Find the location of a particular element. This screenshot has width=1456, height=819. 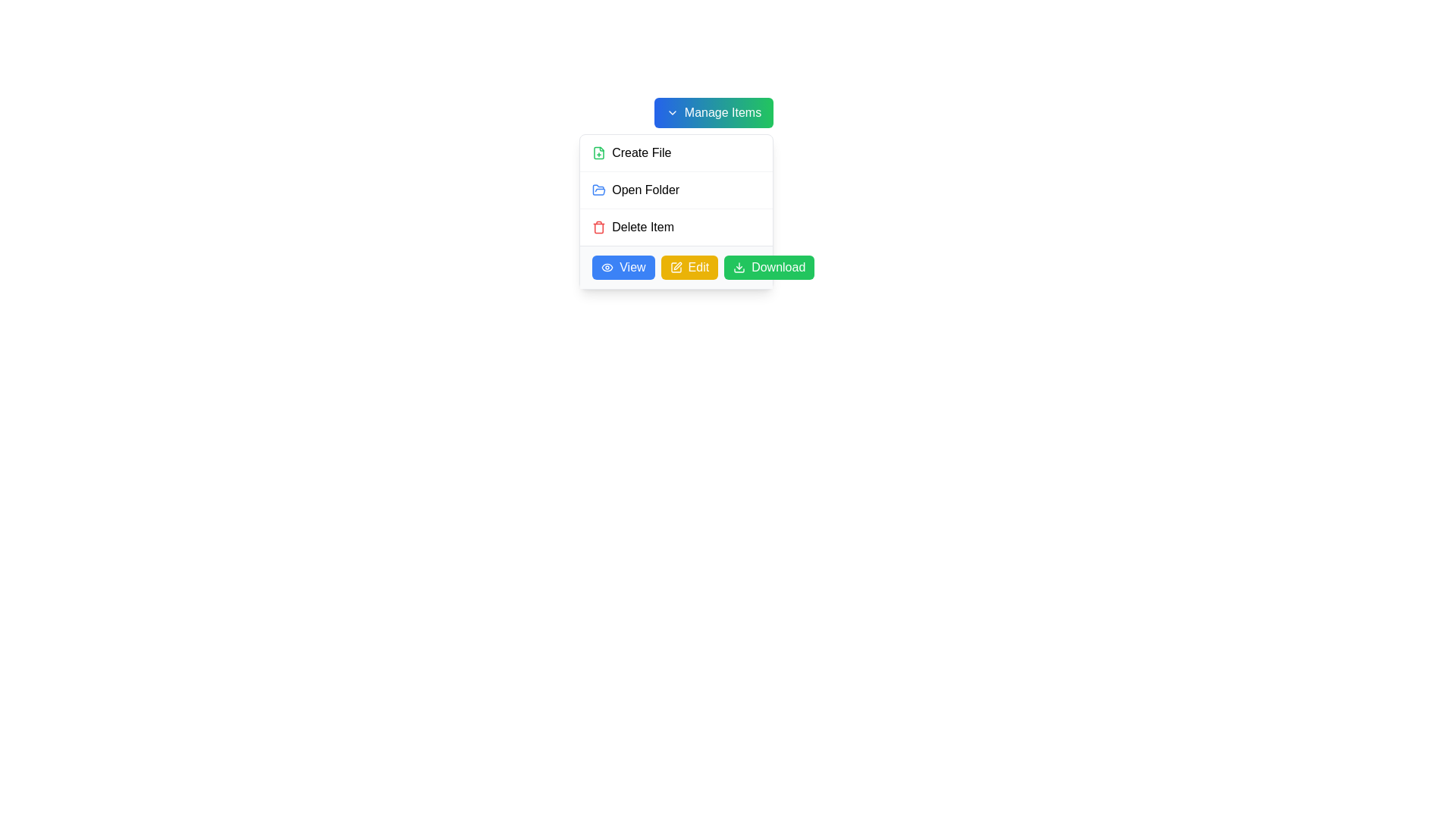

the red trash can icon next to the 'Delete Item' label in the dropdown menu is located at coordinates (598, 227).